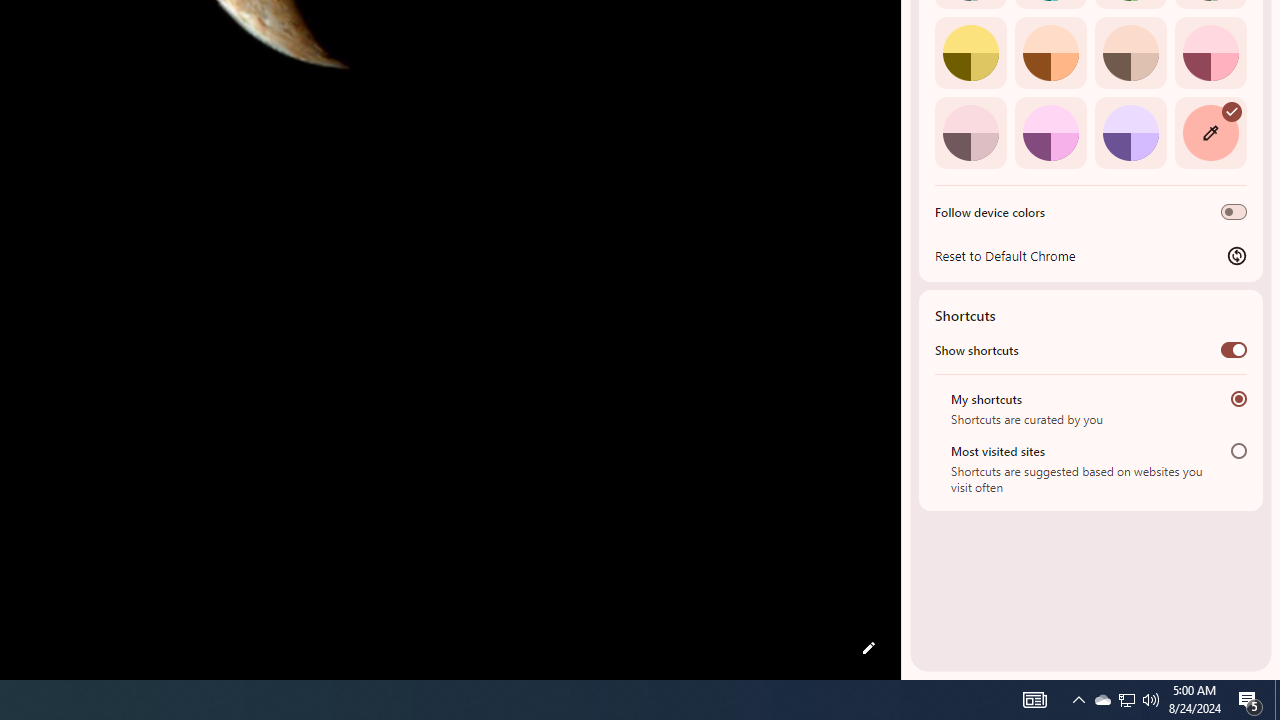 The image size is (1280, 720). What do you see at coordinates (1232, 348) in the screenshot?
I see `'Show shortcuts'` at bounding box center [1232, 348].